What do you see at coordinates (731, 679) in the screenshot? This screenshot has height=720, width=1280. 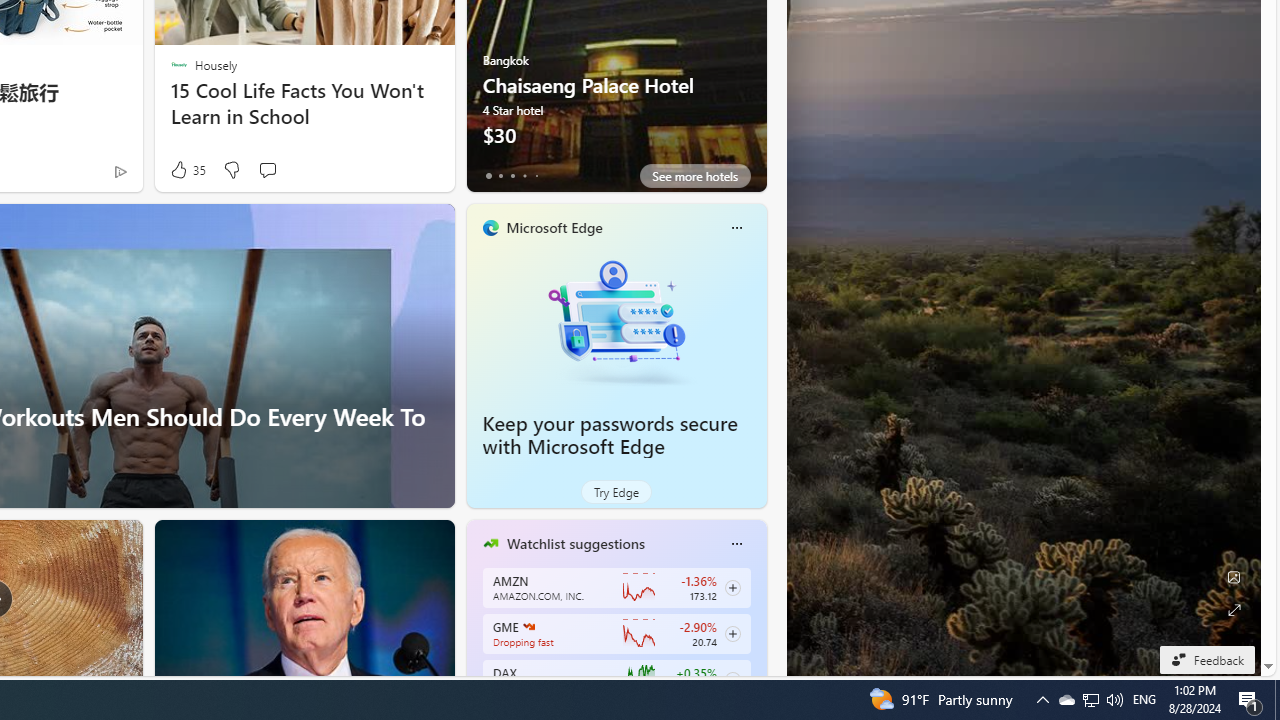 I see `'Class: follow-button  m'` at bounding box center [731, 679].